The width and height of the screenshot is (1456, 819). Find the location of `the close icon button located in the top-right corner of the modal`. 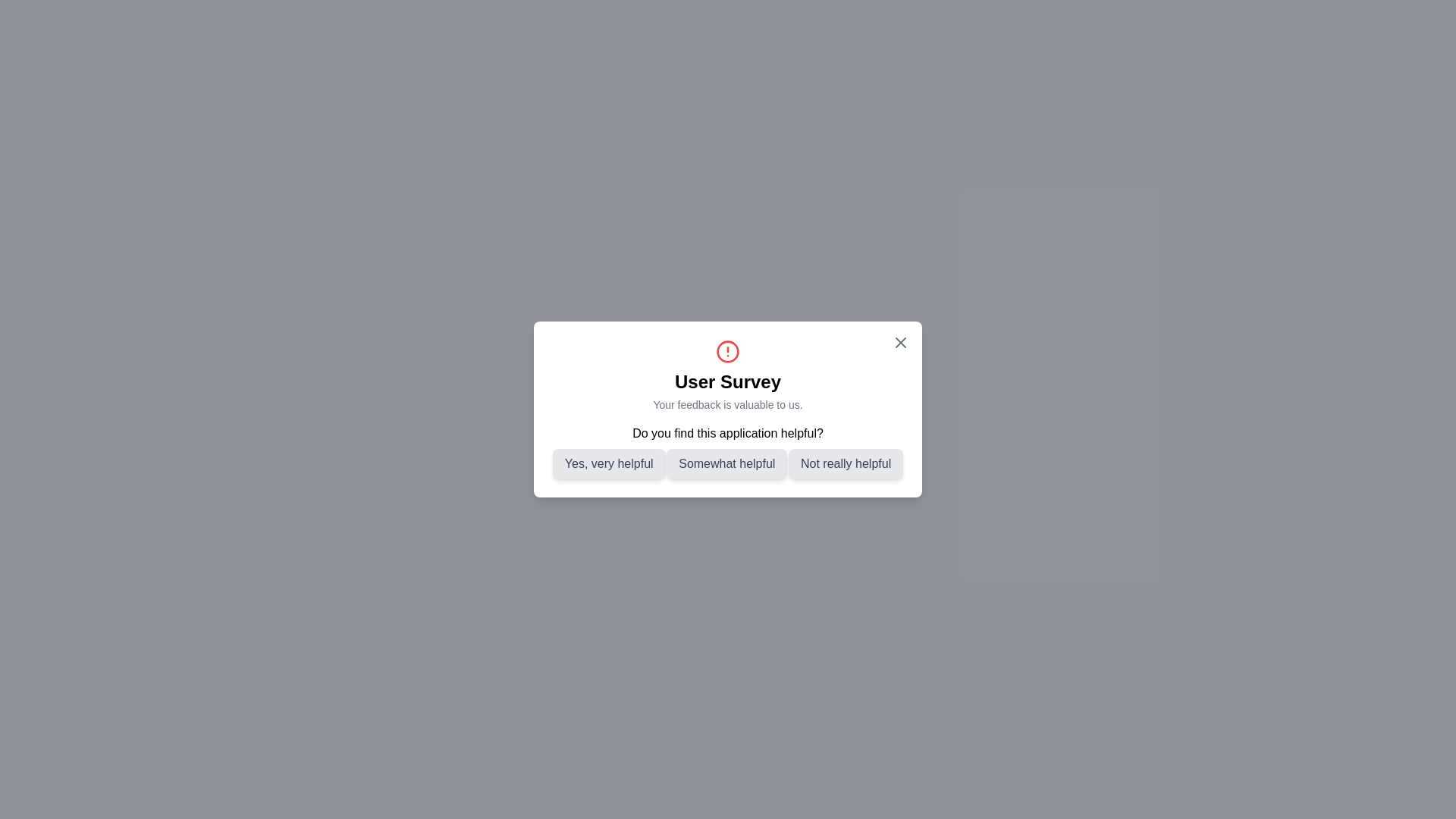

the close icon button located in the top-right corner of the modal is located at coordinates (901, 342).